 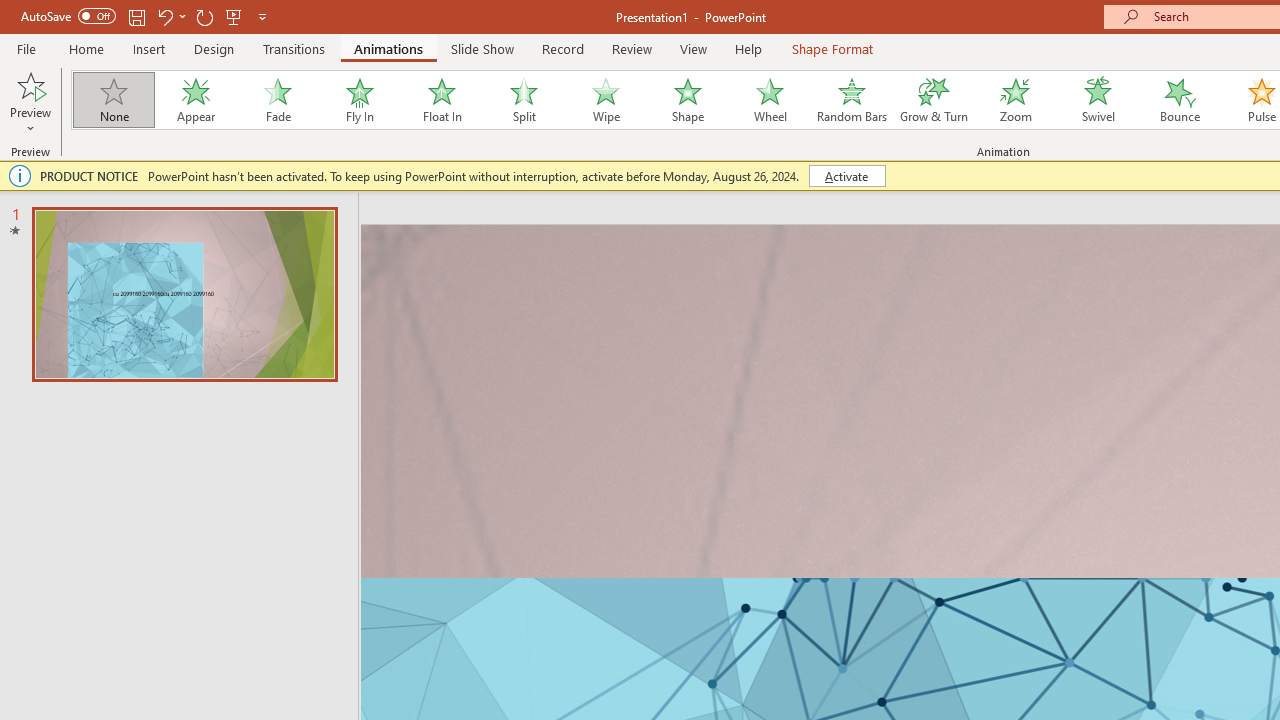 What do you see at coordinates (112, 100) in the screenshot?
I see `'None'` at bounding box center [112, 100].